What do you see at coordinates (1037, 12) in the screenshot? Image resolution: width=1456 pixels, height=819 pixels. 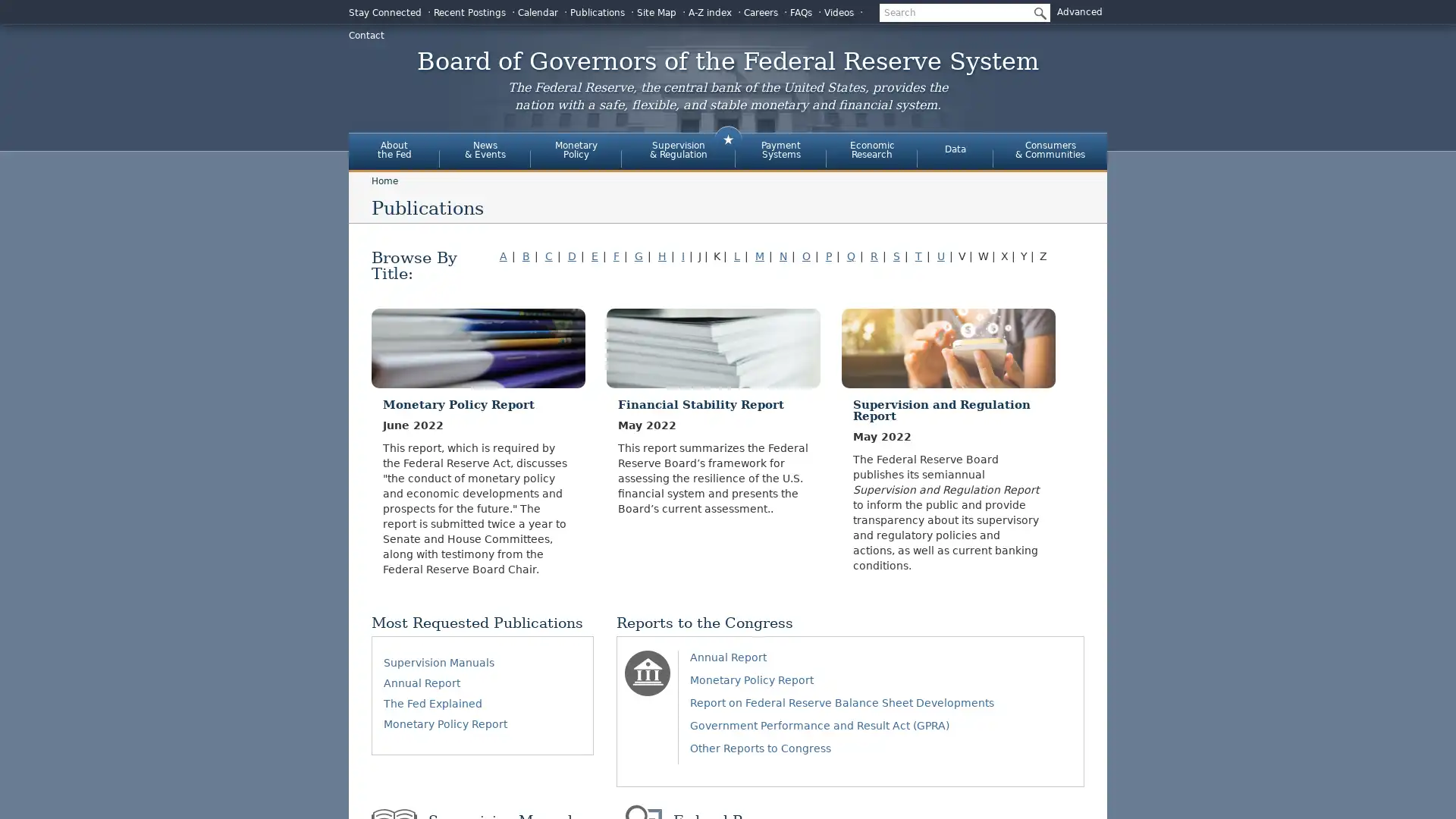 I see `Submit Search Button` at bounding box center [1037, 12].